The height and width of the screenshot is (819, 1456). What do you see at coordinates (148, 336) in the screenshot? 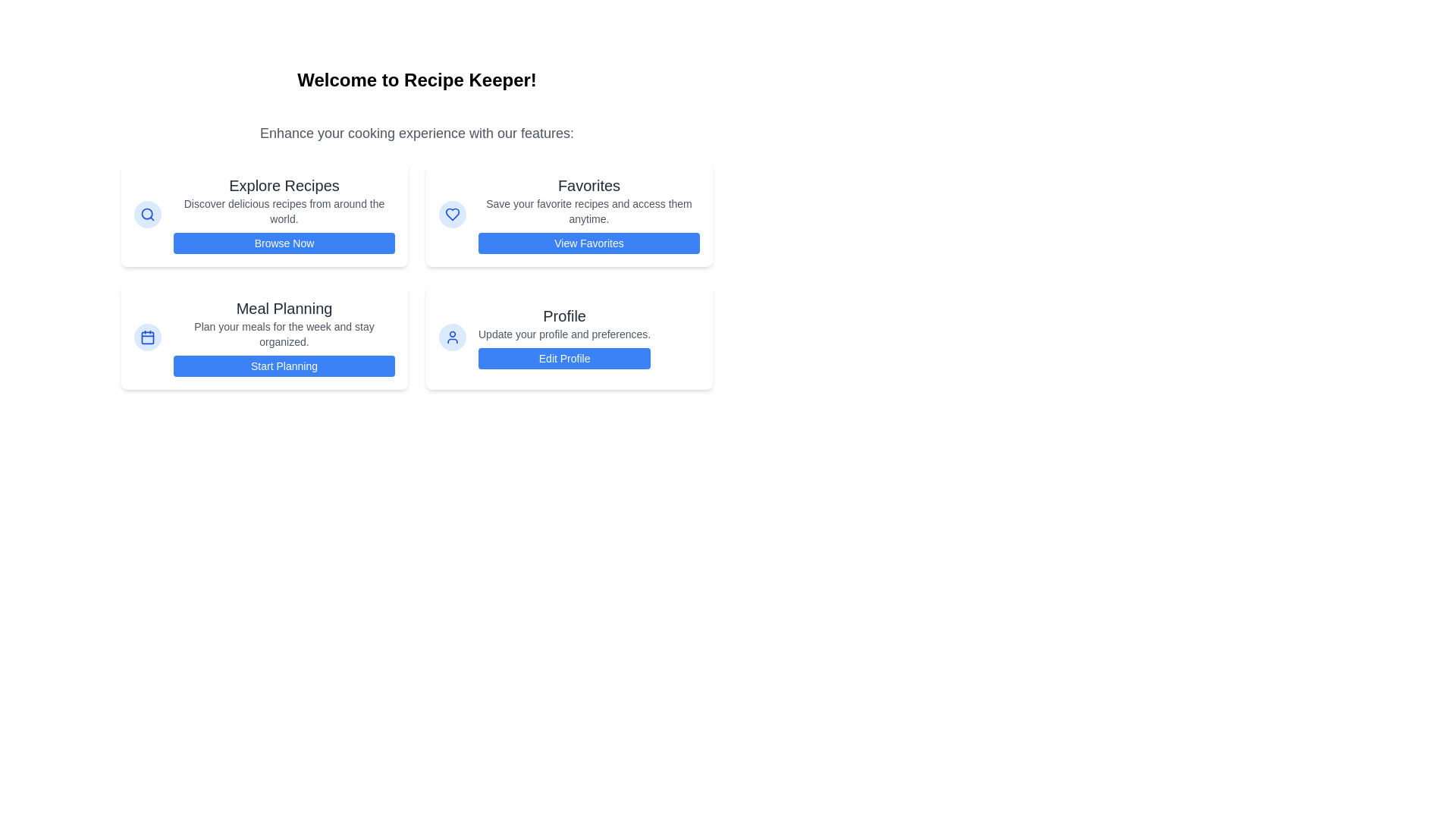
I see `the decorative rectangle with rounded corners that forms the body of the calendar icon, which visually indicates the 'Meal Planning' feature` at bounding box center [148, 336].